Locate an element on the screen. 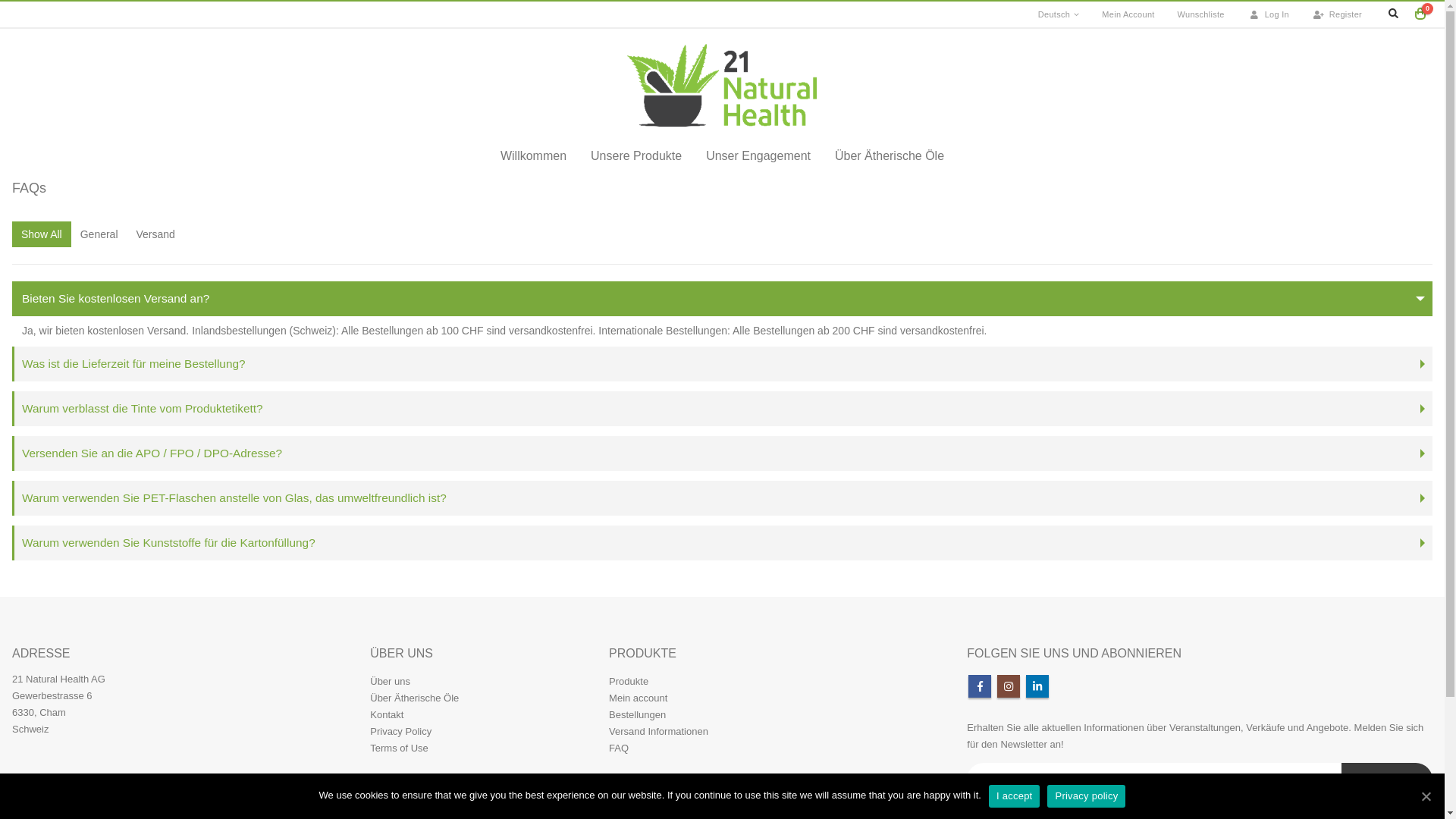 Image resolution: width=1456 pixels, height=819 pixels. 'Register' is located at coordinates (1336, 14).